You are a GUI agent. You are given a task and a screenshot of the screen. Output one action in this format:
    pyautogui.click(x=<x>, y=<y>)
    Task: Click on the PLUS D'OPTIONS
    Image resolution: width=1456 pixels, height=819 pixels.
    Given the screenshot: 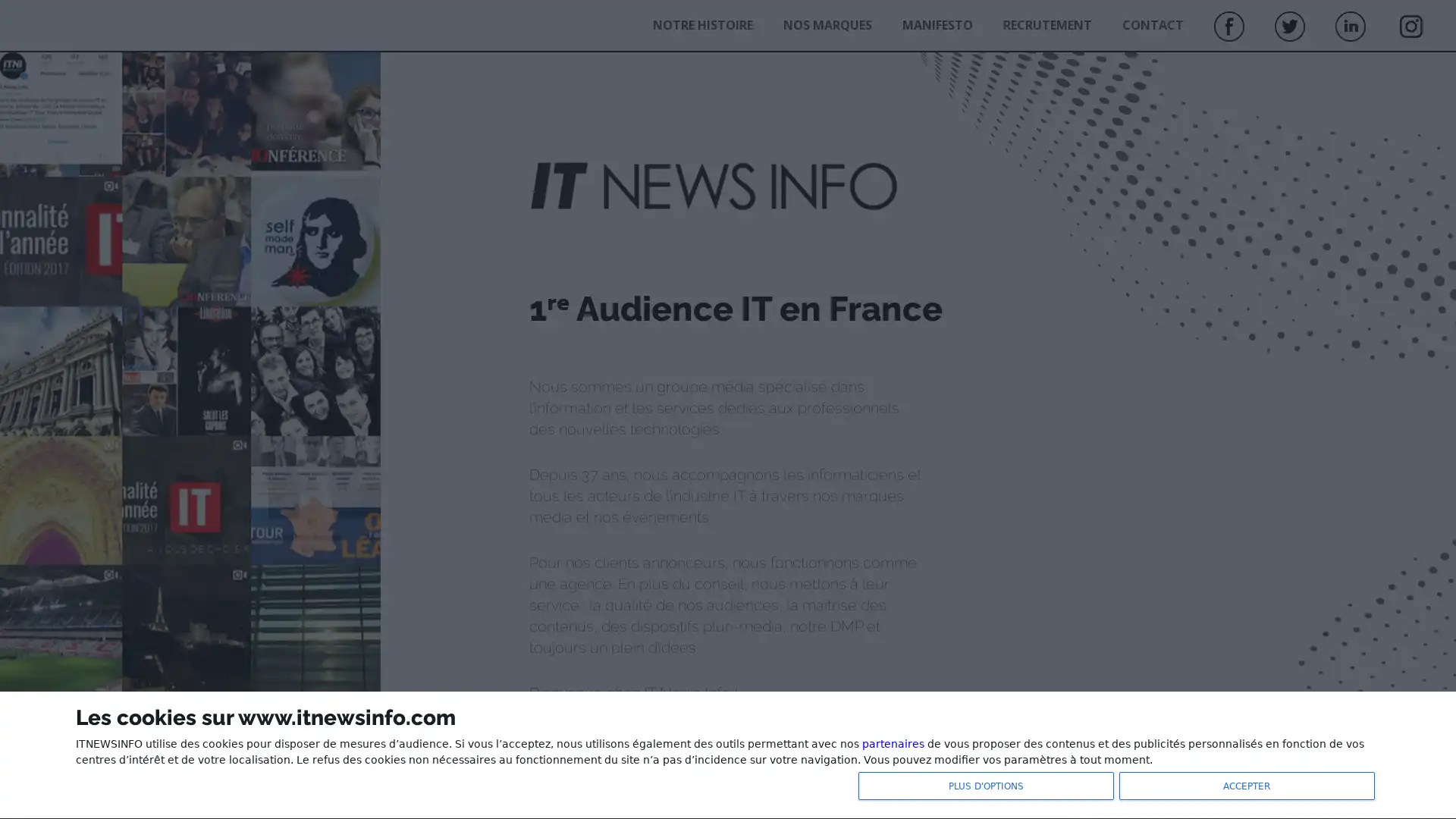 What is the action you would take?
    pyautogui.click(x=983, y=784)
    